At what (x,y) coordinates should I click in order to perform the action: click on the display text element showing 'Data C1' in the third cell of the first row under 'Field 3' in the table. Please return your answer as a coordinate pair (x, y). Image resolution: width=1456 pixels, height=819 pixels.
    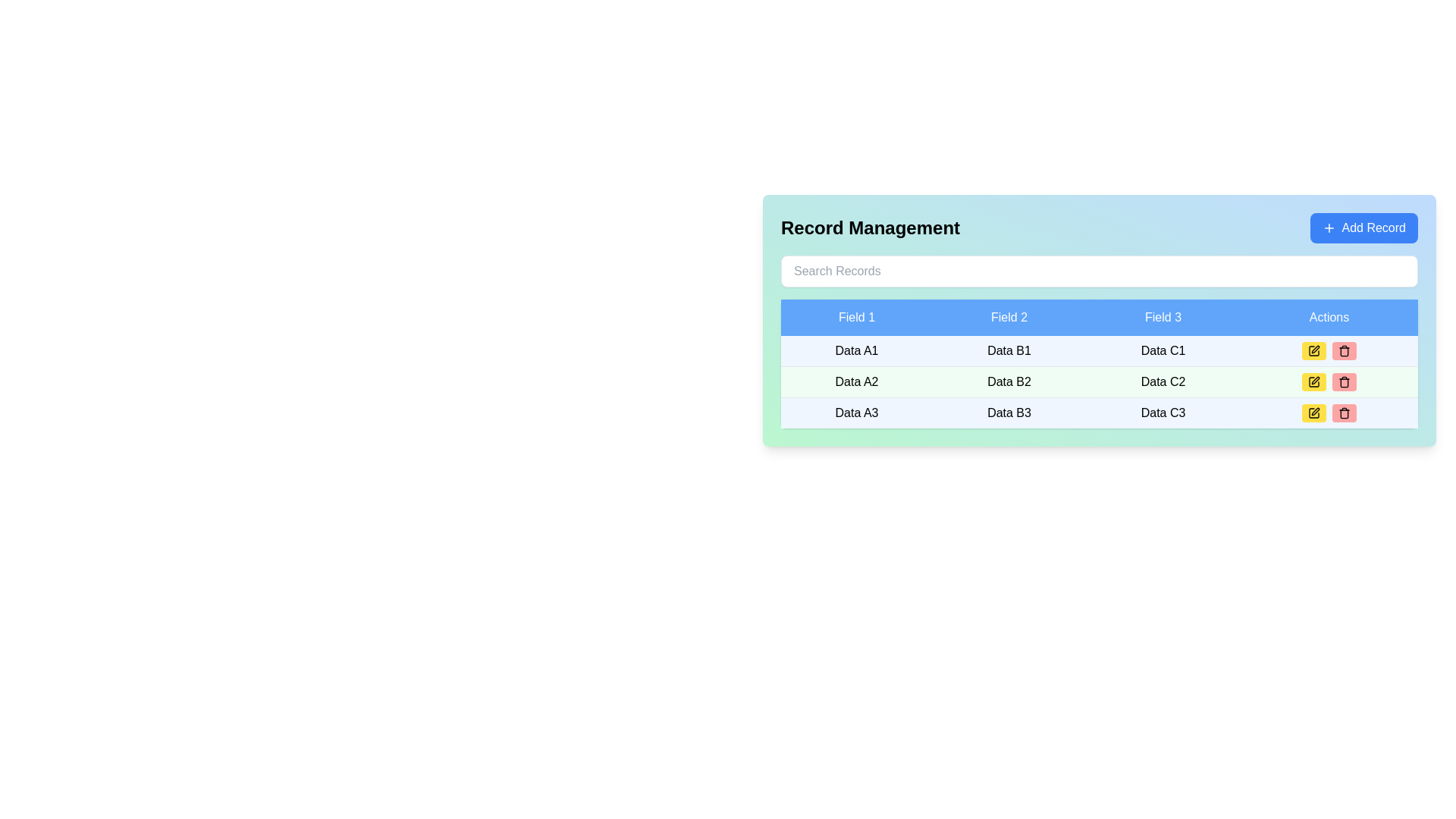
    Looking at the image, I should click on (1163, 351).